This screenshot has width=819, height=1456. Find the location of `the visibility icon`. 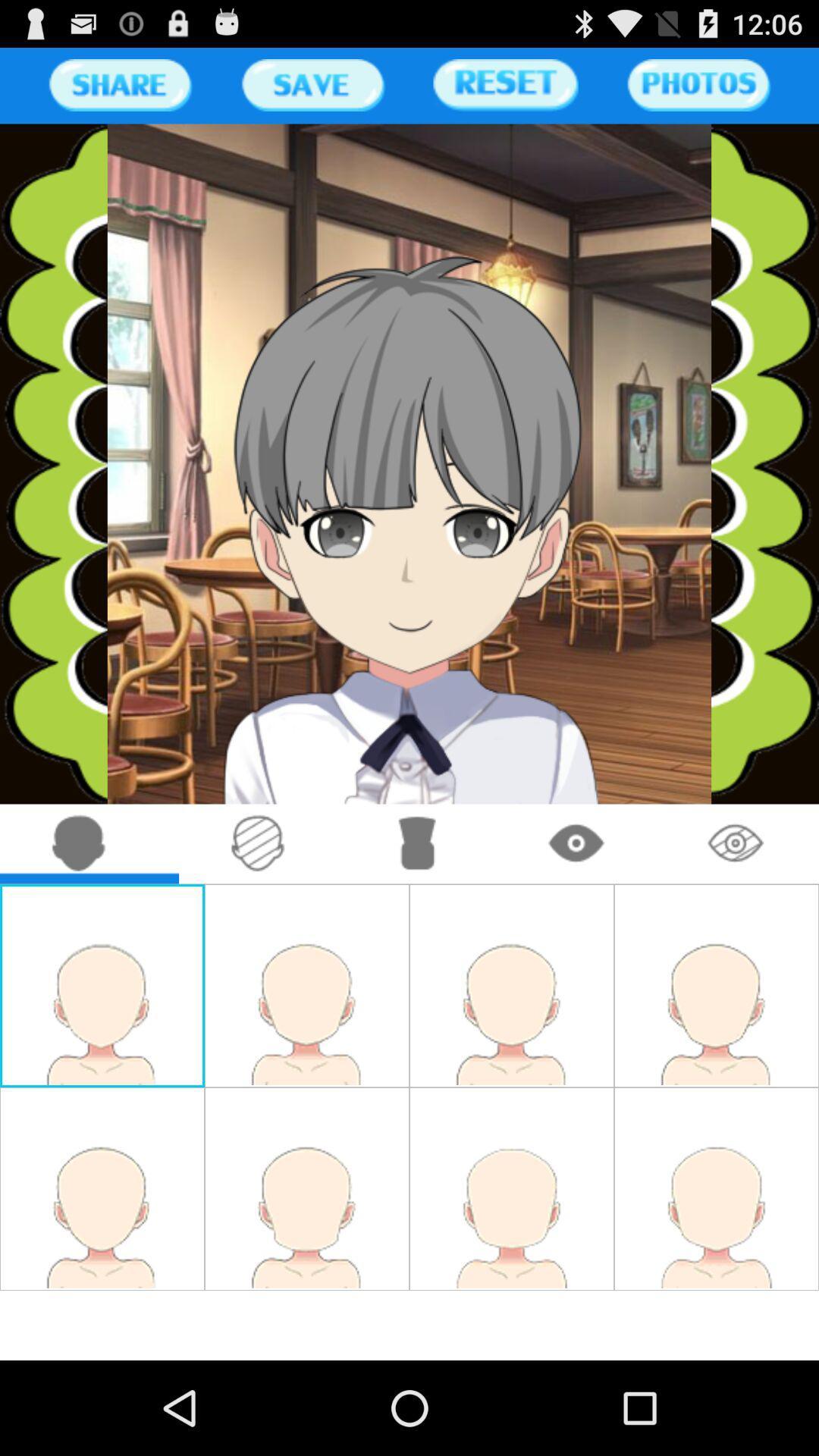

the visibility icon is located at coordinates (577, 903).